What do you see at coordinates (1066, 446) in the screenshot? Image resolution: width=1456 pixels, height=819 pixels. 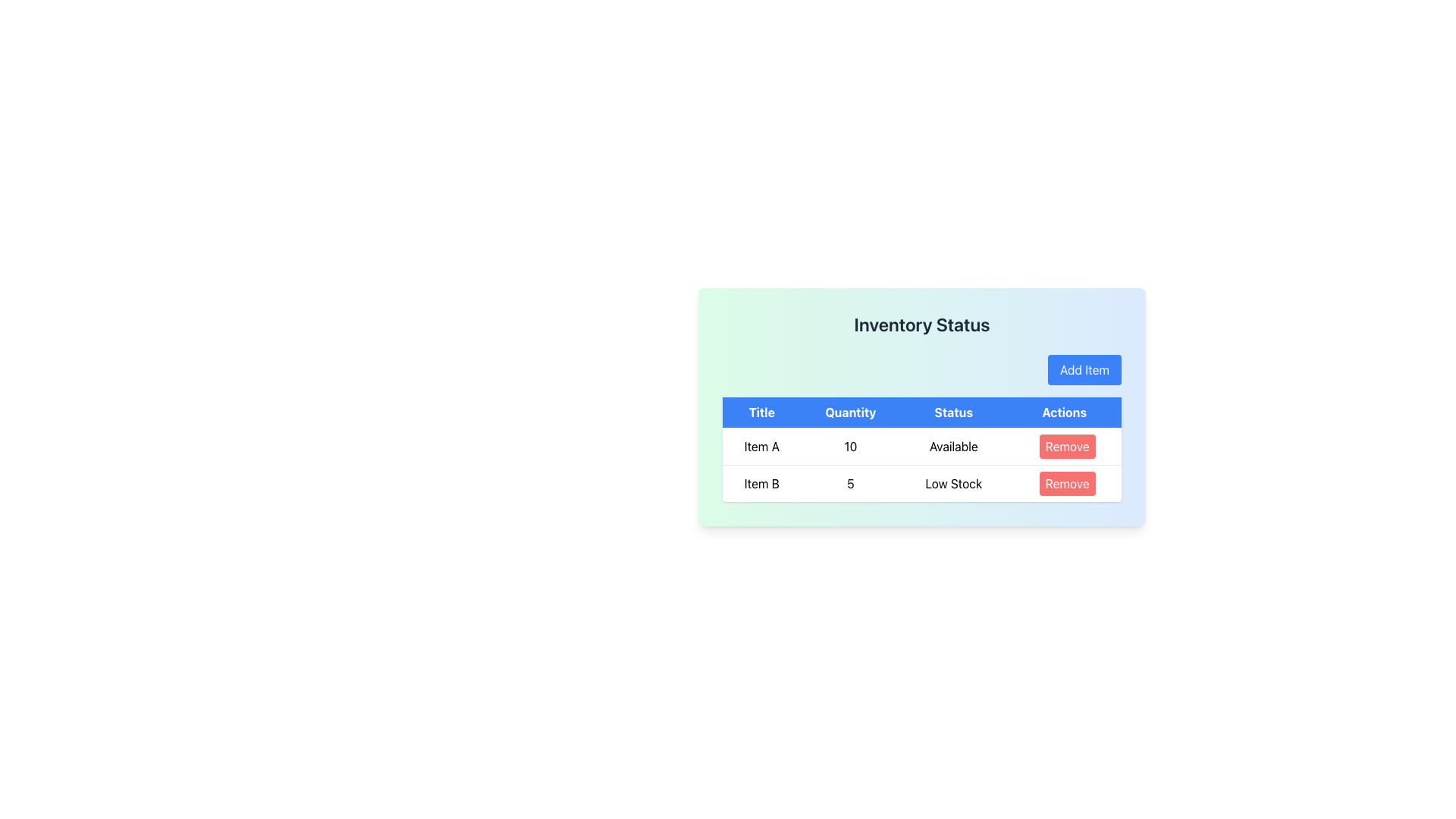 I see `the 'Remove' button, which is styled with a red background and white text, located in the 'Actions' column of the first row of the table` at bounding box center [1066, 446].